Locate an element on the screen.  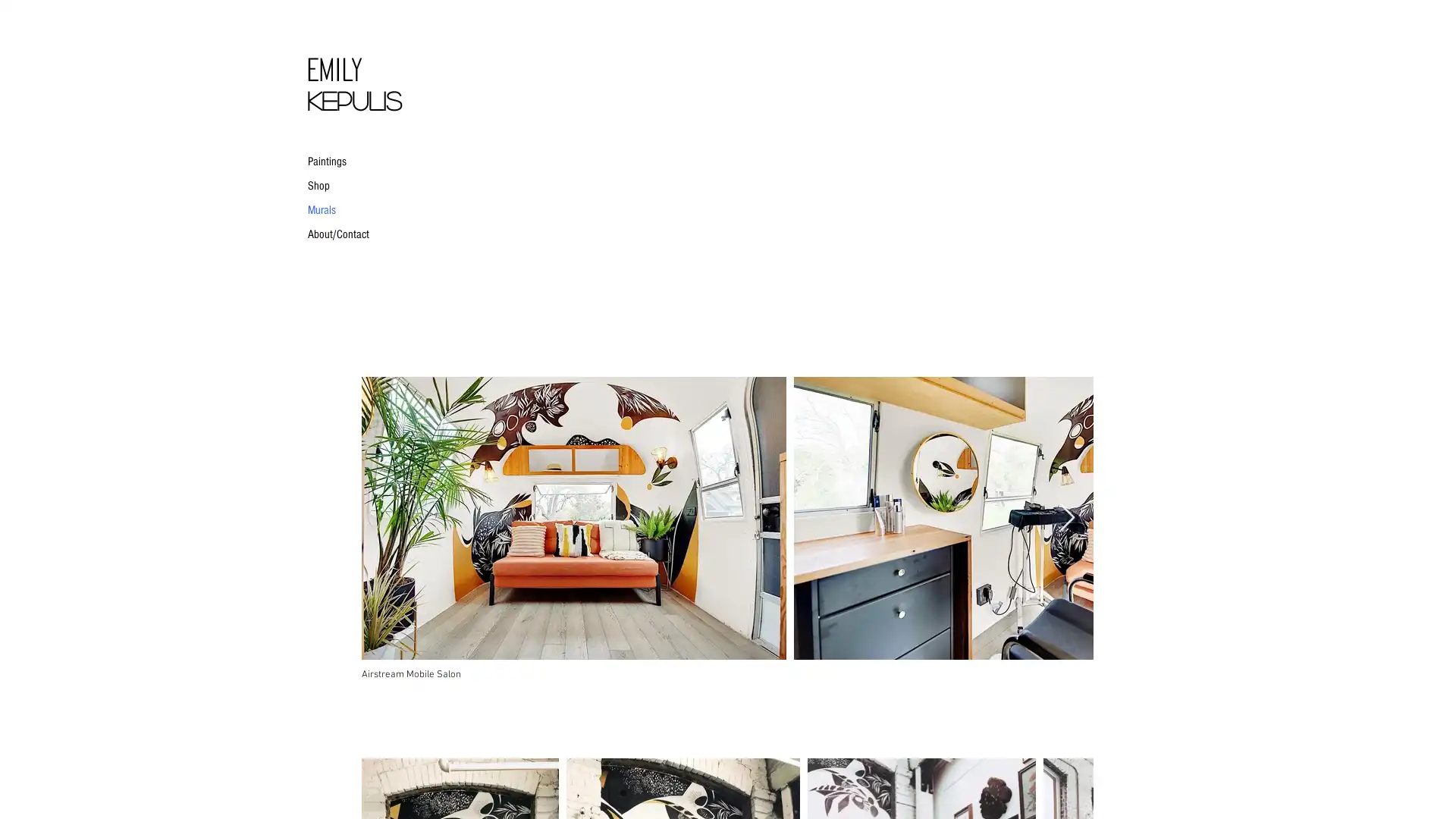
IMG_0017.JPG is located at coordinates (1006, 516).